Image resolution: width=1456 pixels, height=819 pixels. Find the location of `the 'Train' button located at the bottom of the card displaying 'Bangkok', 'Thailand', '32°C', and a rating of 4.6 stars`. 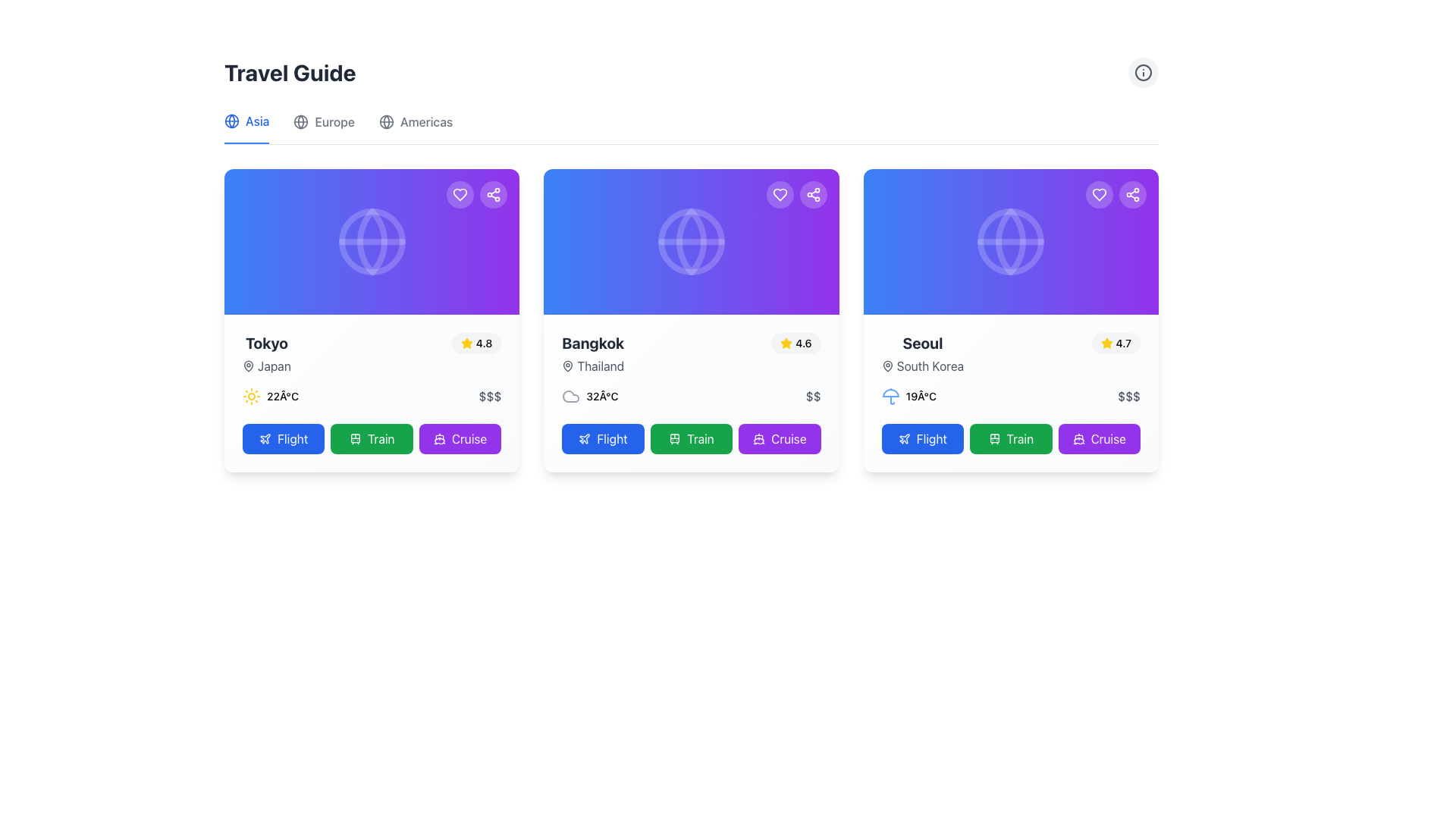

the 'Train' button located at the bottom of the card displaying 'Bangkok', 'Thailand', '32°C', and a rating of 4.6 stars is located at coordinates (691, 320).